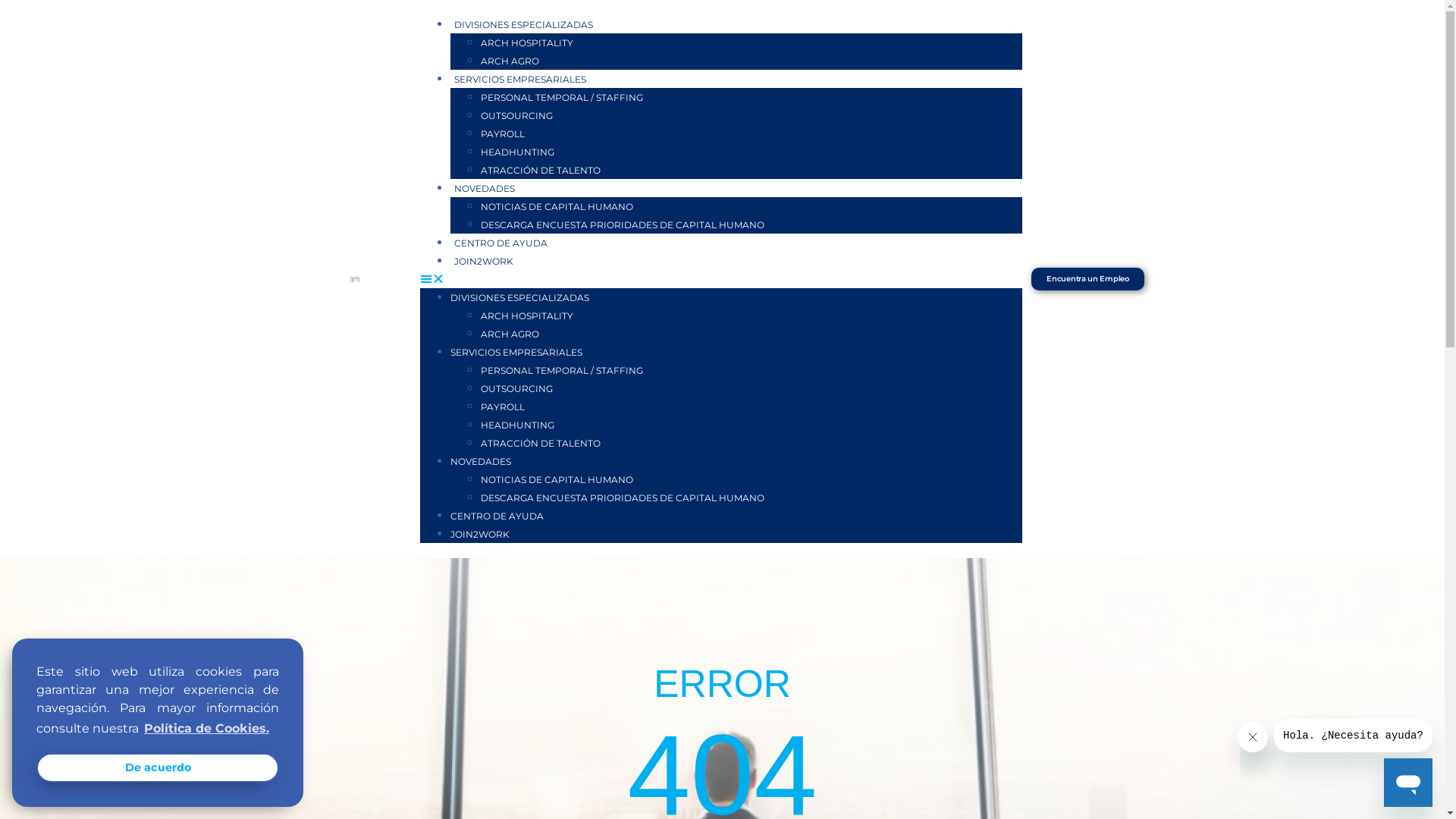  I want to click on 'CENTRO DE AYUDA', so click(500, 242).